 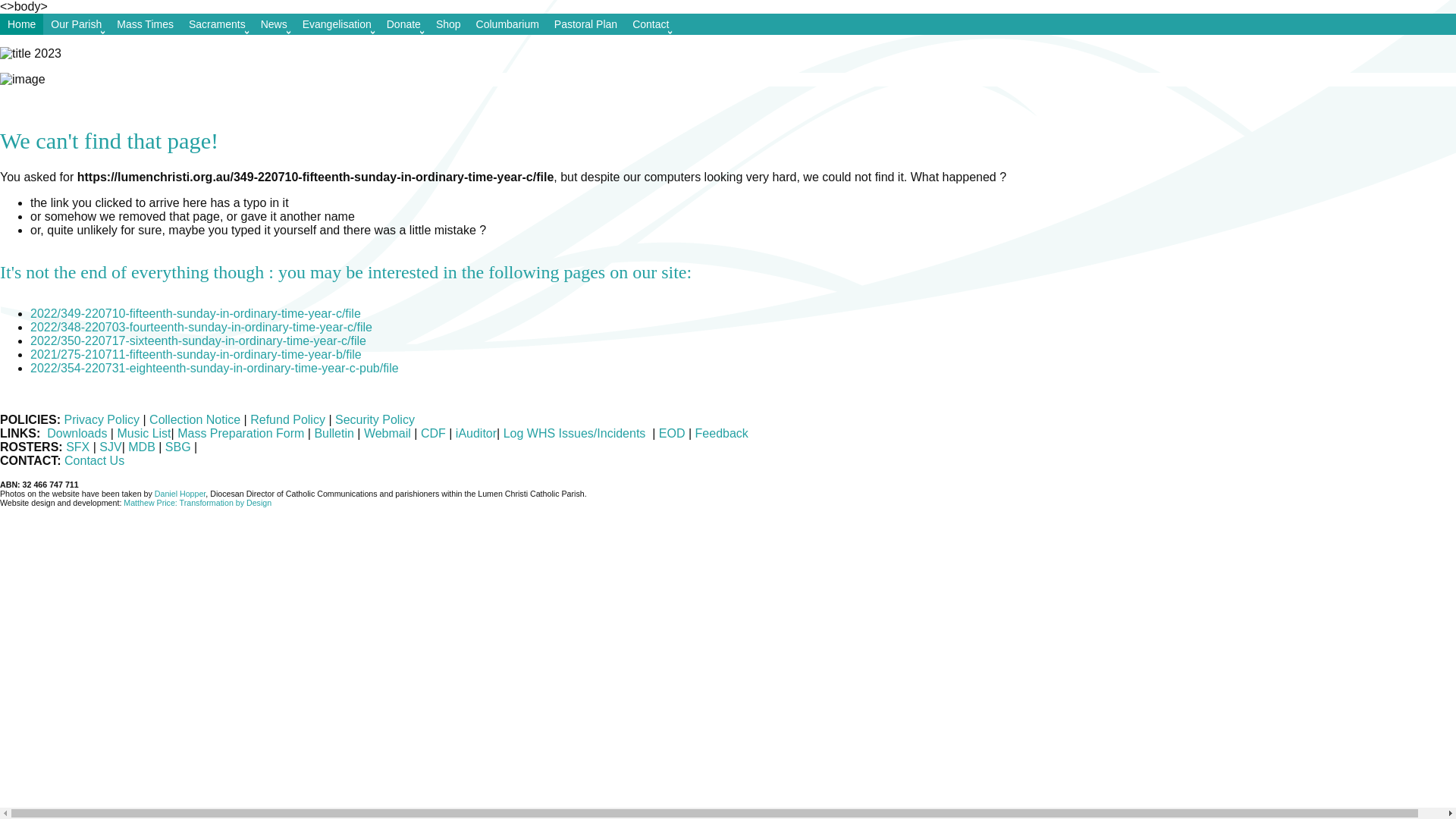 I want to click on 'Sacraments, so click(x=216, y=24).